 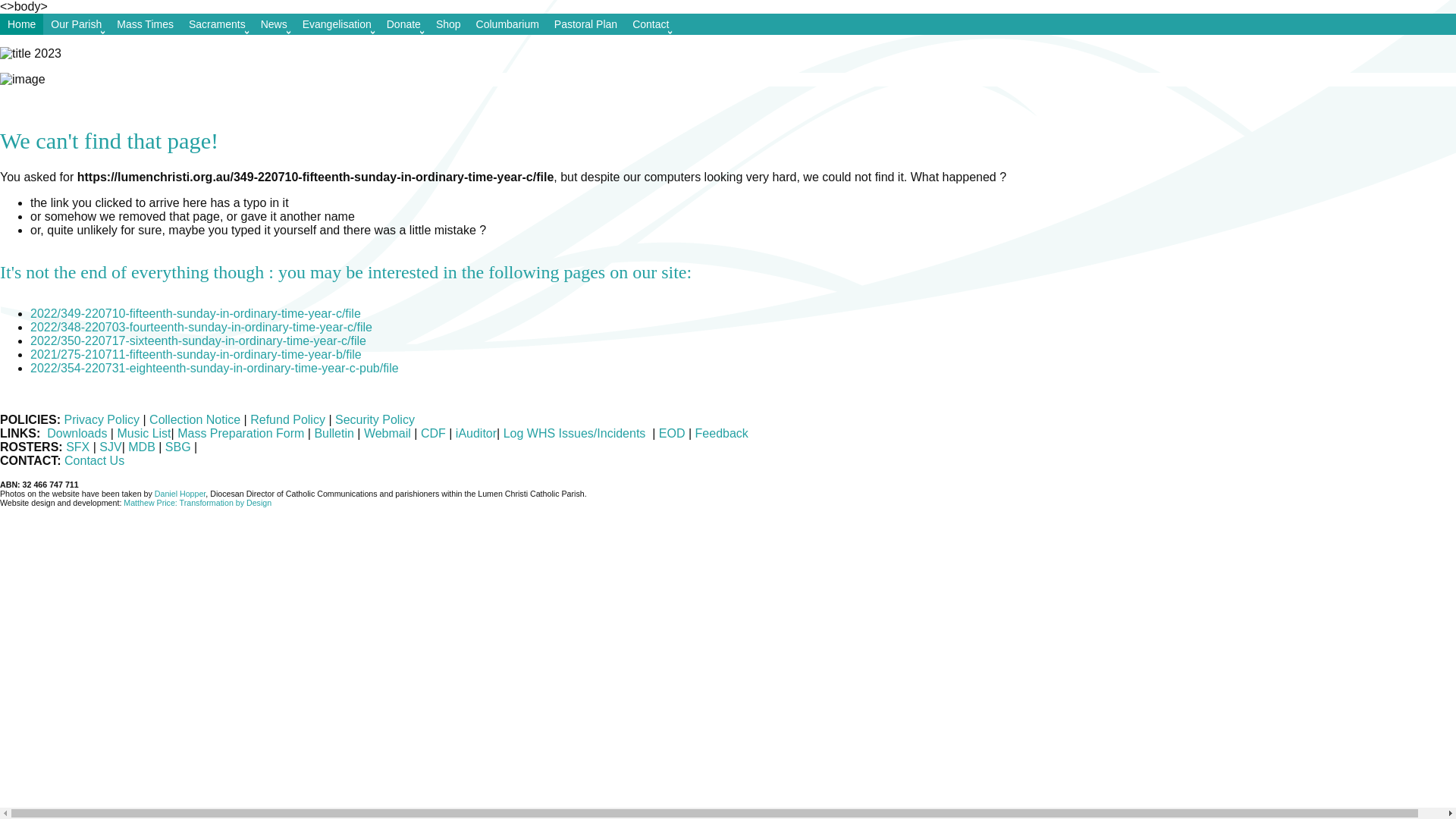 I want to click on 'Sacraments, so click(x=216, y=24).